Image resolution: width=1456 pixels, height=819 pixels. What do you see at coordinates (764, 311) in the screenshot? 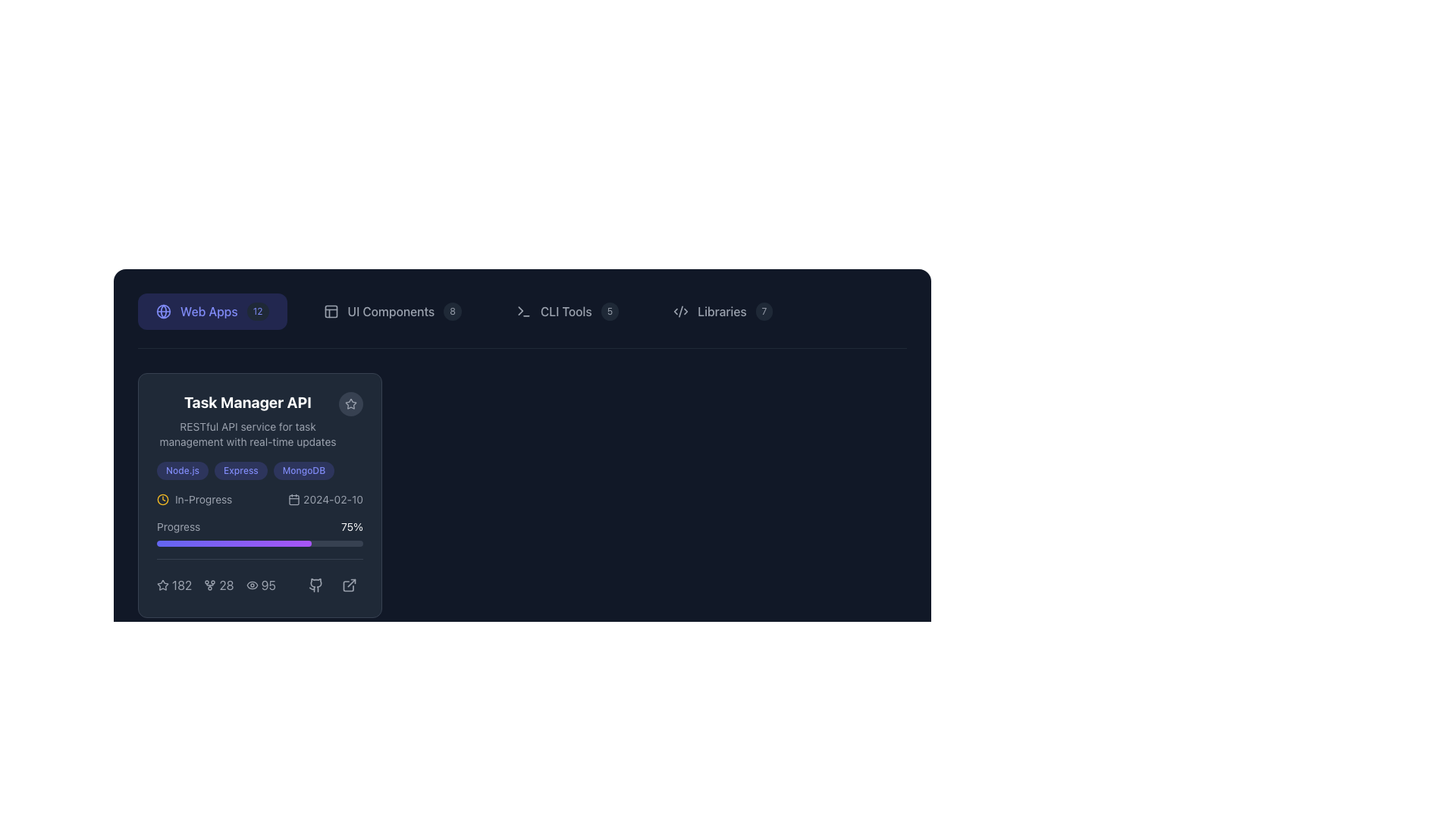
I see `the small badge displaying the number '7', which has a compact, rounded design and a gray background, located to the right of the 'Libraries' text in the navigation menu` at bounding box center [764, 311].